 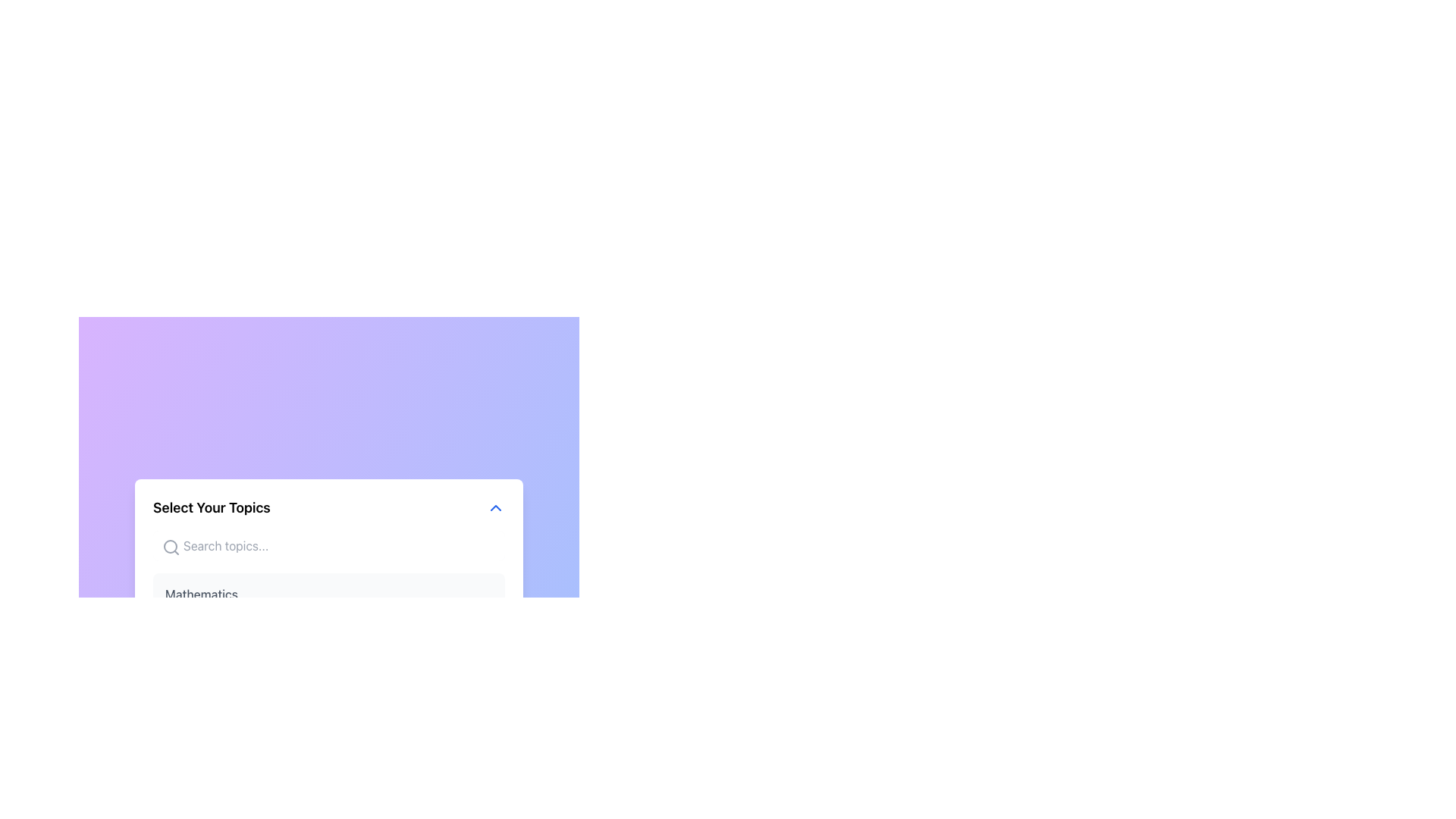 I want to click on the text label reading 'Mathematics' which is styled with a gray font and is located in a selectable list item with a light gray background, so click(x=200, y=593).